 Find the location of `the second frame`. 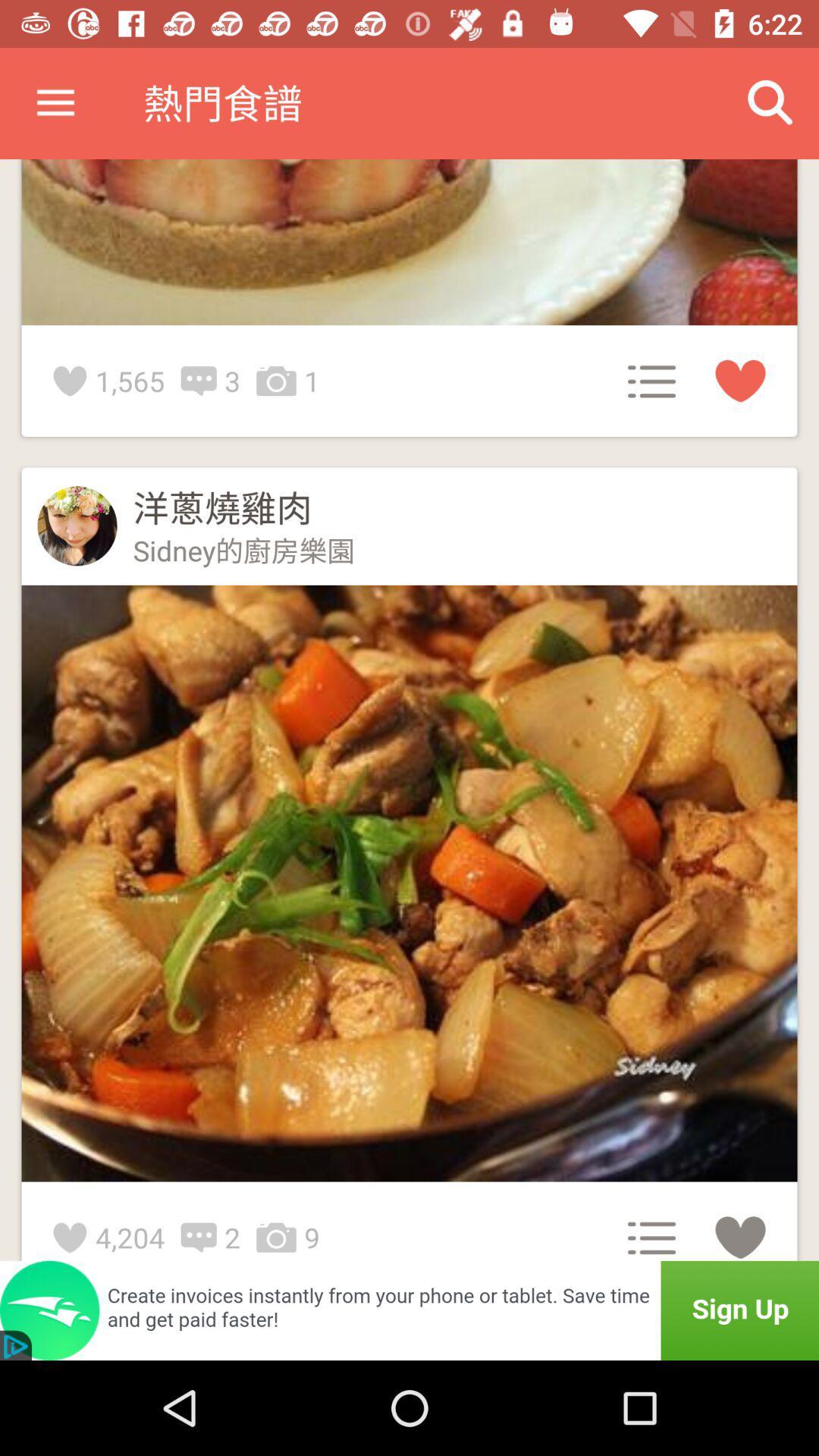

the second frame is located at coordinates (409, 860).